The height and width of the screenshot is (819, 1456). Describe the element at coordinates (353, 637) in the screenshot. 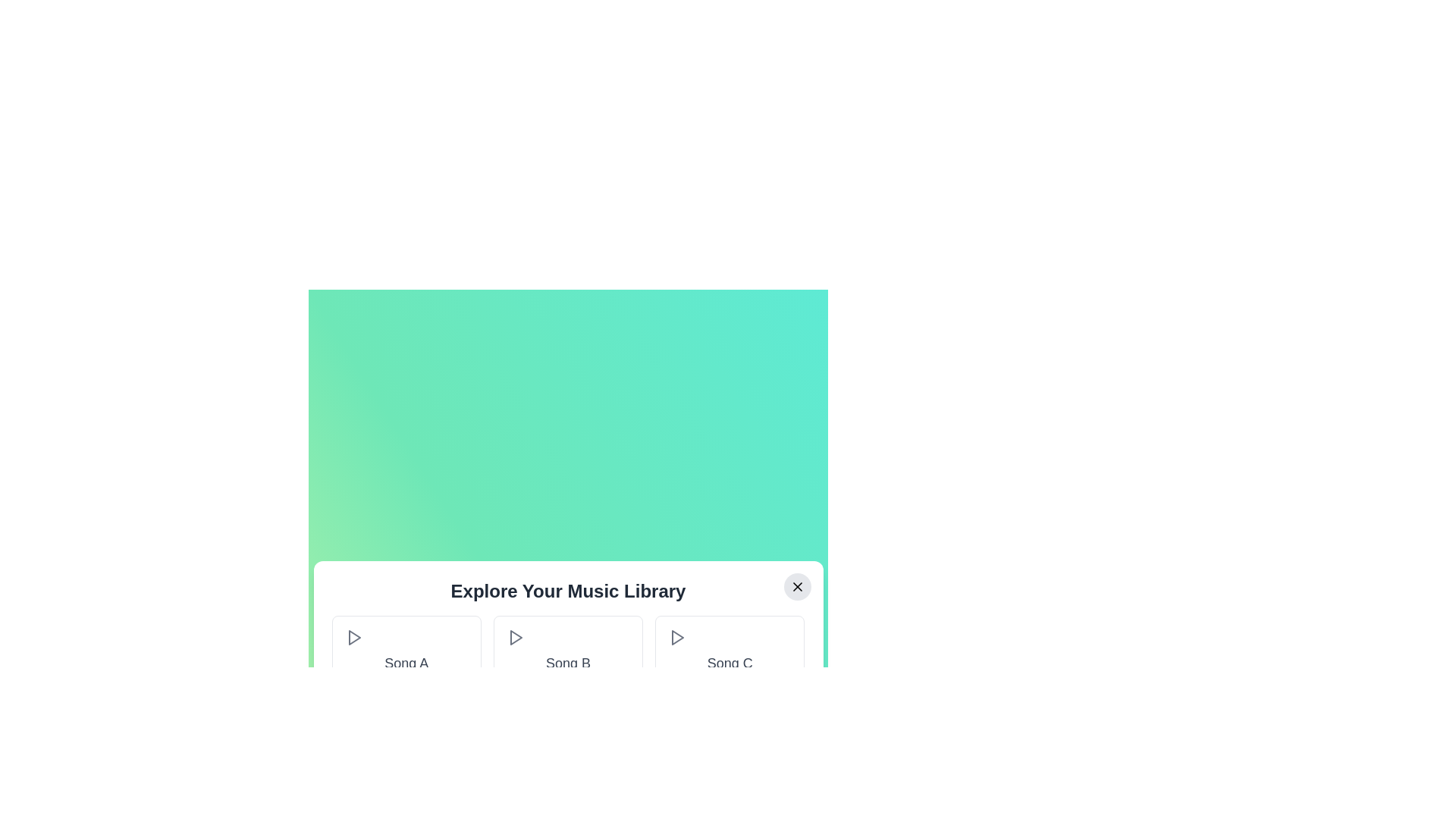

I see `play button next to the song Song A to play it` at that location.